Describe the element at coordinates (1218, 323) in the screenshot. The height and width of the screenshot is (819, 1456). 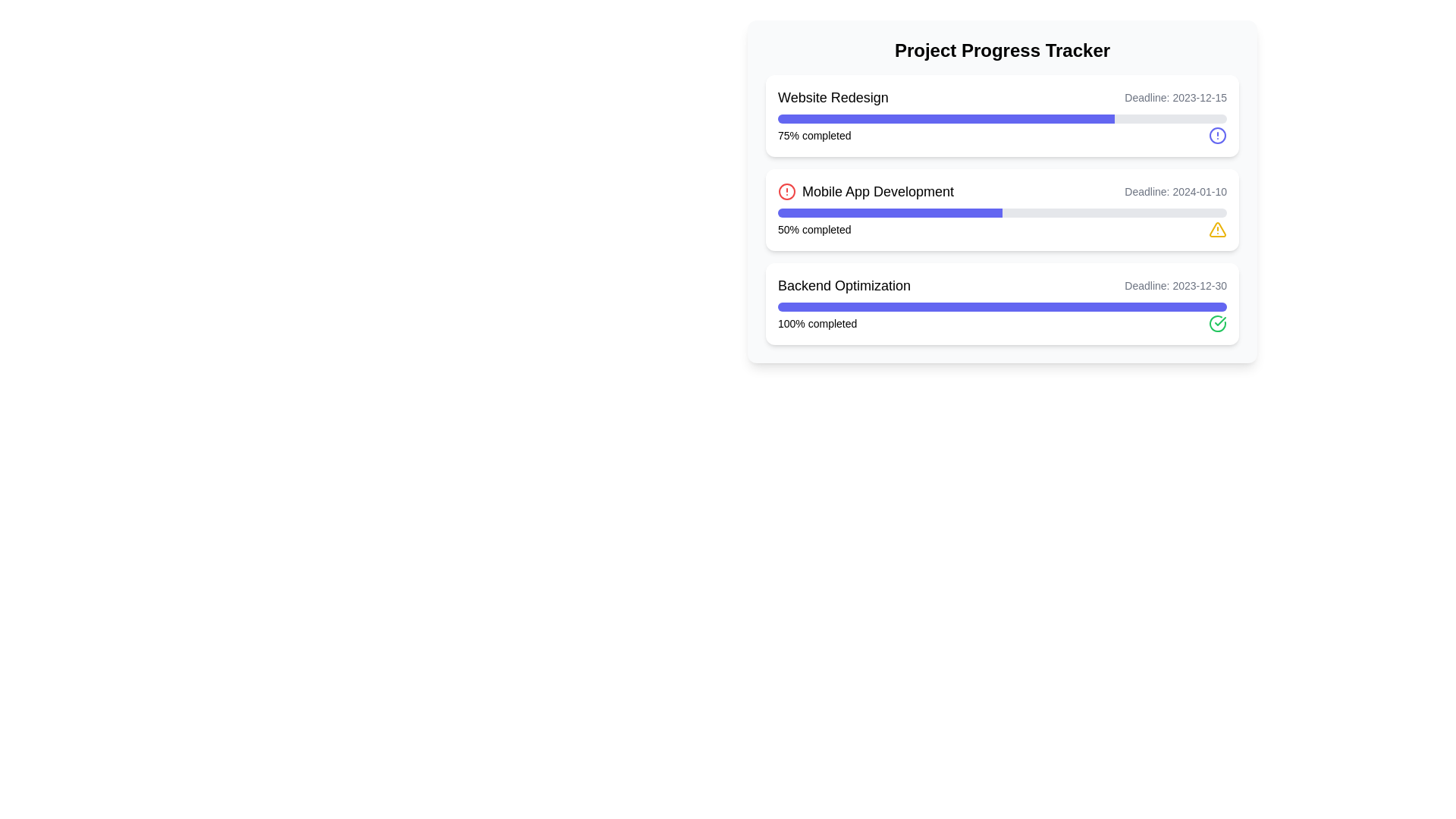
I see `the completion status icon for the 'Backend Optimization' task, which is located to the right of the '100% completed' text in the 'Project Progress Tracker'` at that location.